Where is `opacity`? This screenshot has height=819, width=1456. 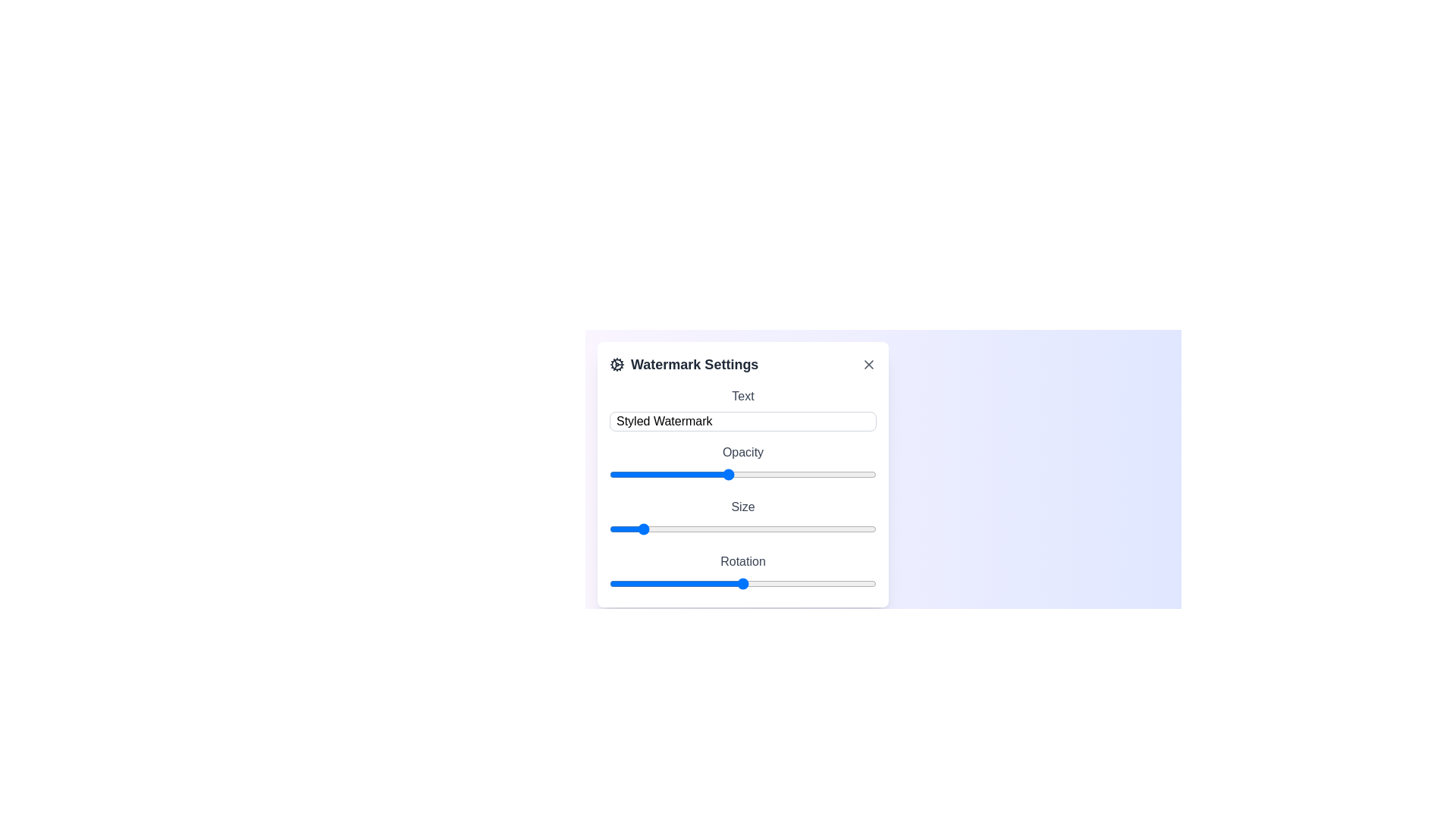
opacity is located at coordinates (579, 473).